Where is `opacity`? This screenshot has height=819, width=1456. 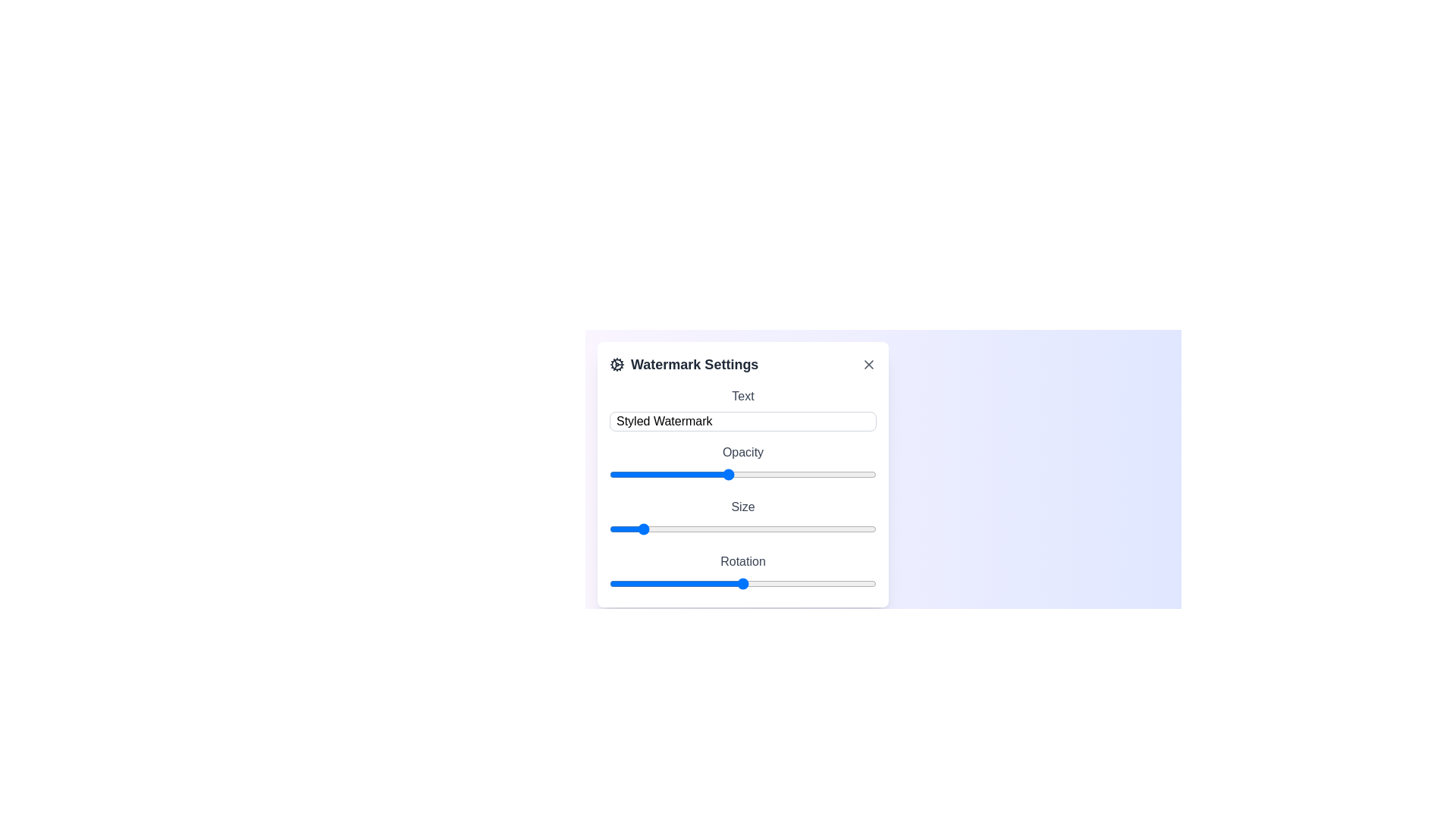
opacity is located at coordinates (579, 473).